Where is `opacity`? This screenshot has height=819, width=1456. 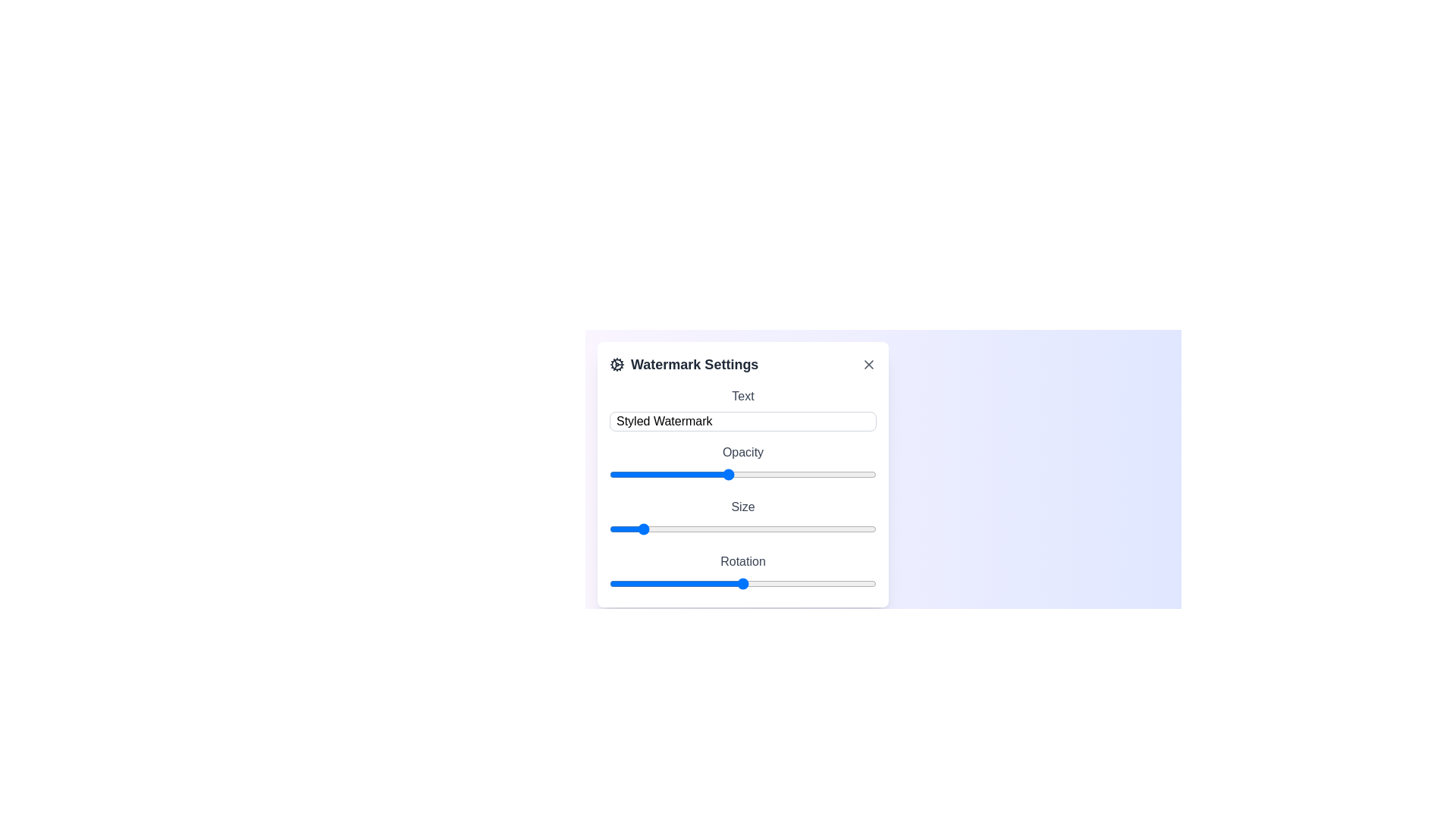
opacity is located at coordinates (579, 473).